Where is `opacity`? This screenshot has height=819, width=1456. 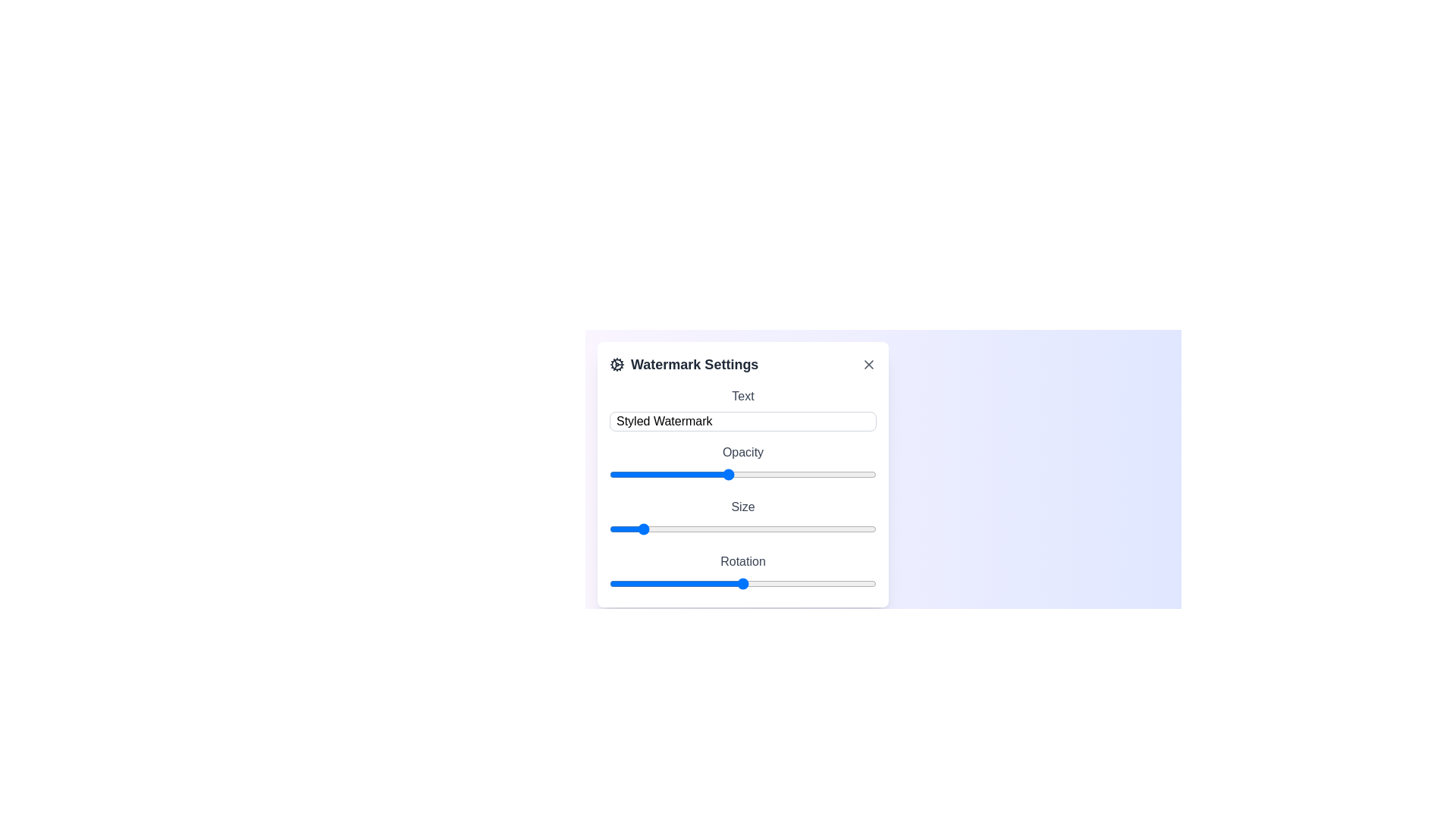
opacity is located at coordinates (579, 473).